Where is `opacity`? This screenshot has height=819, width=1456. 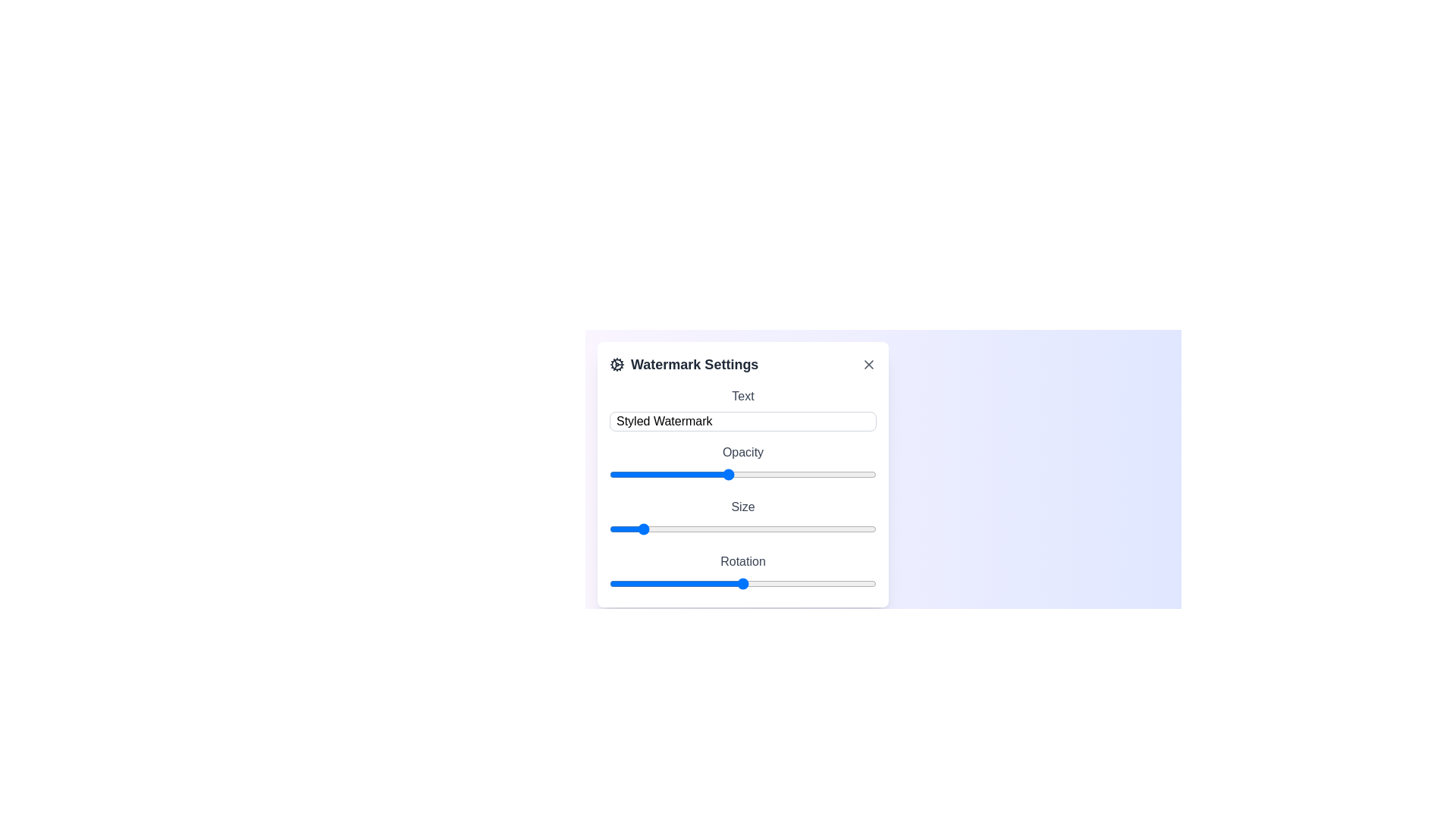
opacity is located at coordinates (579, 473).